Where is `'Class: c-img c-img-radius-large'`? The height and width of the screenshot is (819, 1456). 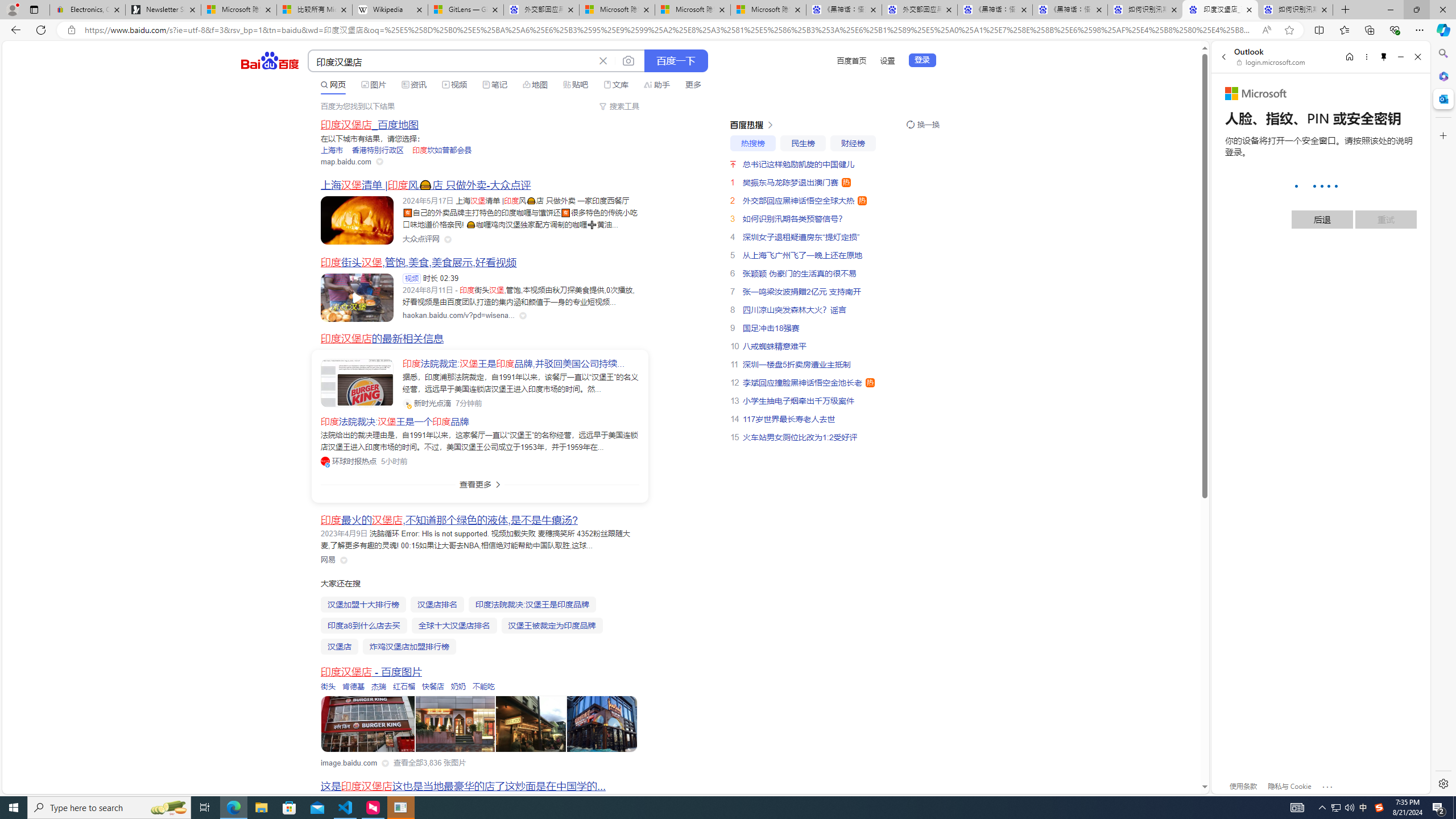 'Class: c-img c-img-radius-large' is located at coordinates (357, 383).